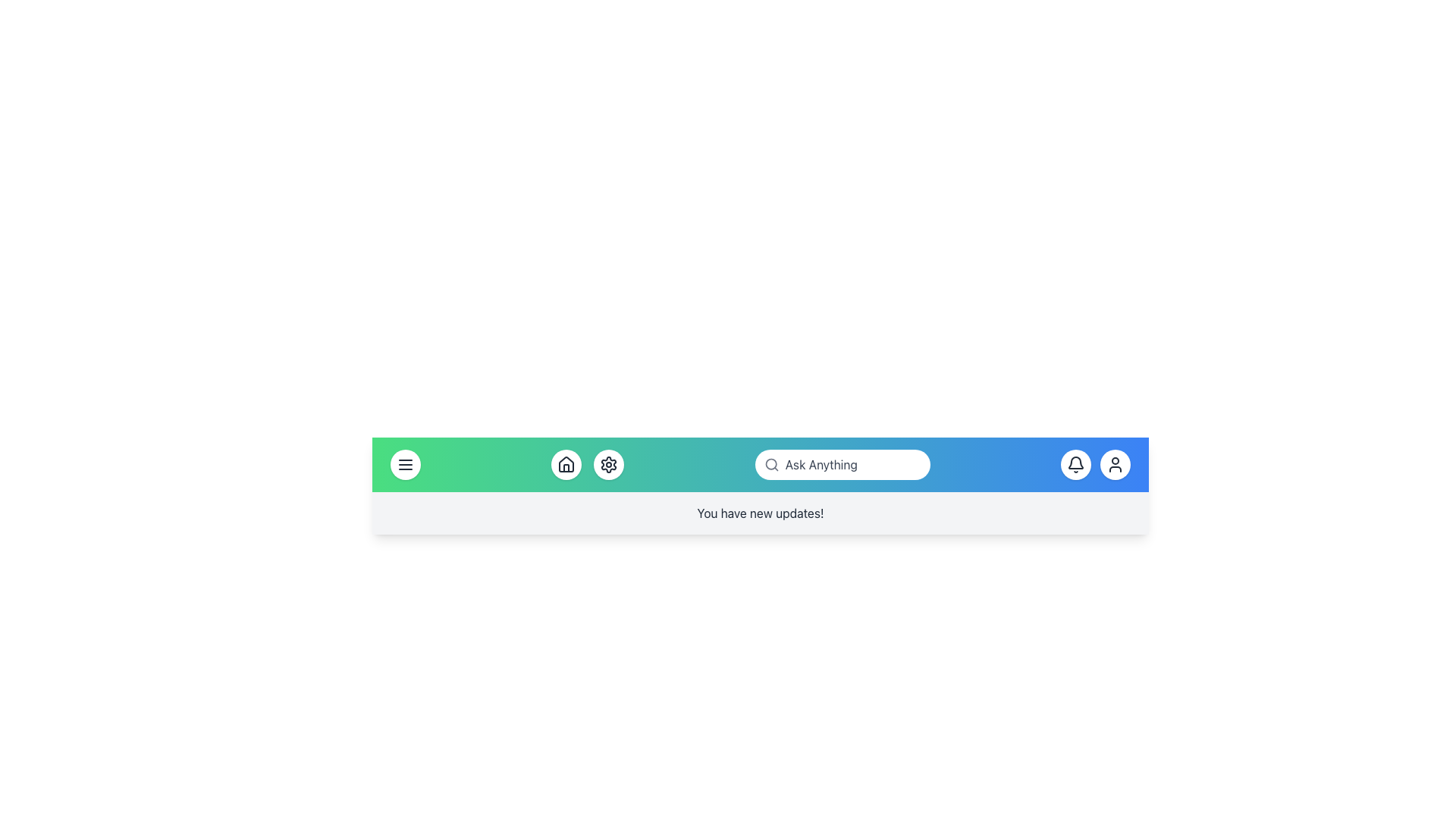 Image resolution: width=1456 pixels, height=819 pixels. I want to click on the circular menu icon with three horizontal black lines on a white background, located at the far left of the top navigation bar, so click(405, 464).